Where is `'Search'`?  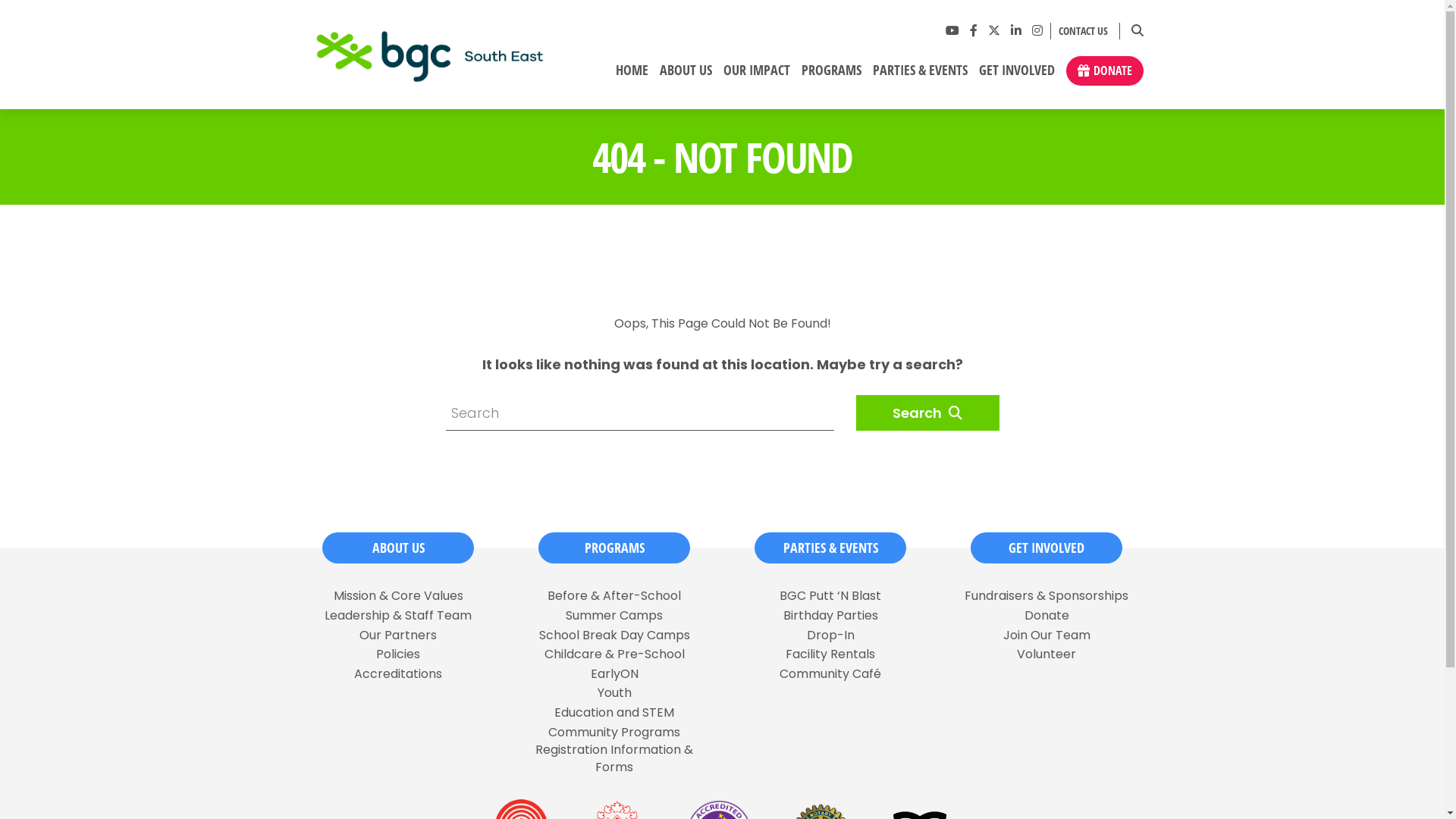 'Search' is located at coordinates (926, 413).